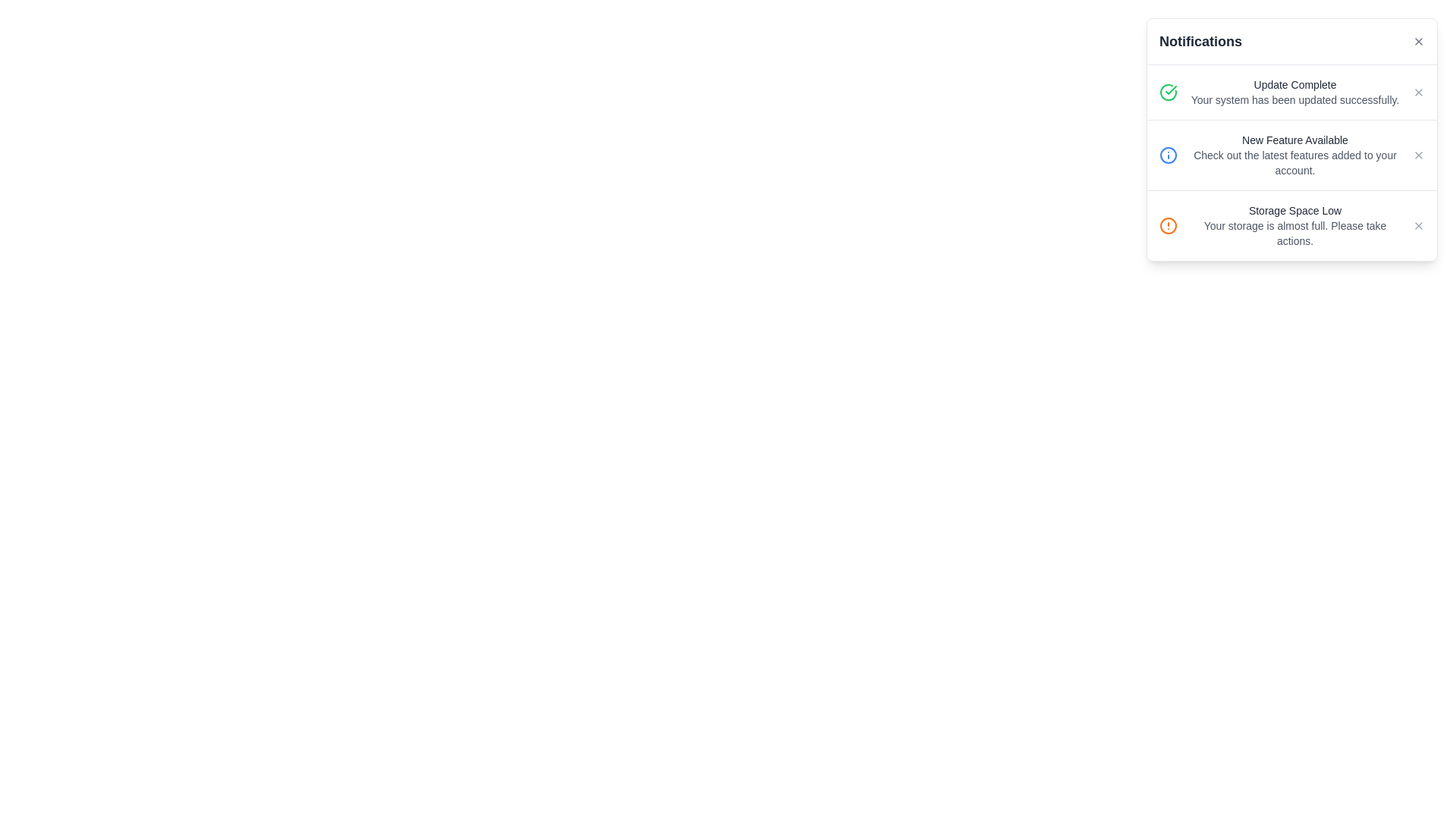 The height and width of the screenshot is (819, 1456). I want to click on the second textual notification block titled 'New Feature Available' which provides additional details about the latest features added to your account, so click(1294, 155).